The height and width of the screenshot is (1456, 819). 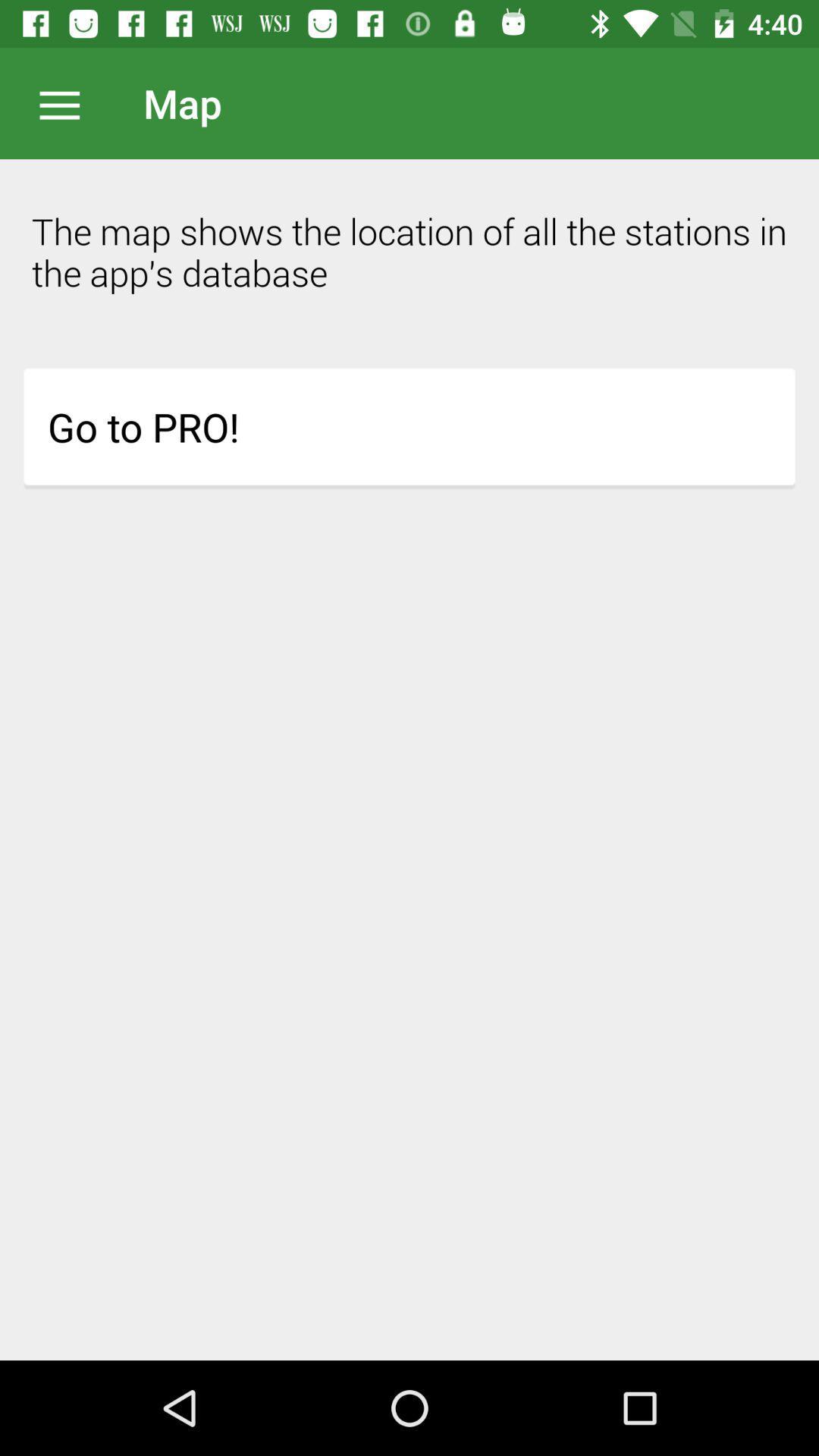 What do you see at coordinates (67, 102) in the screenshot?
I see `open menu` at bounding box center [67, 102].